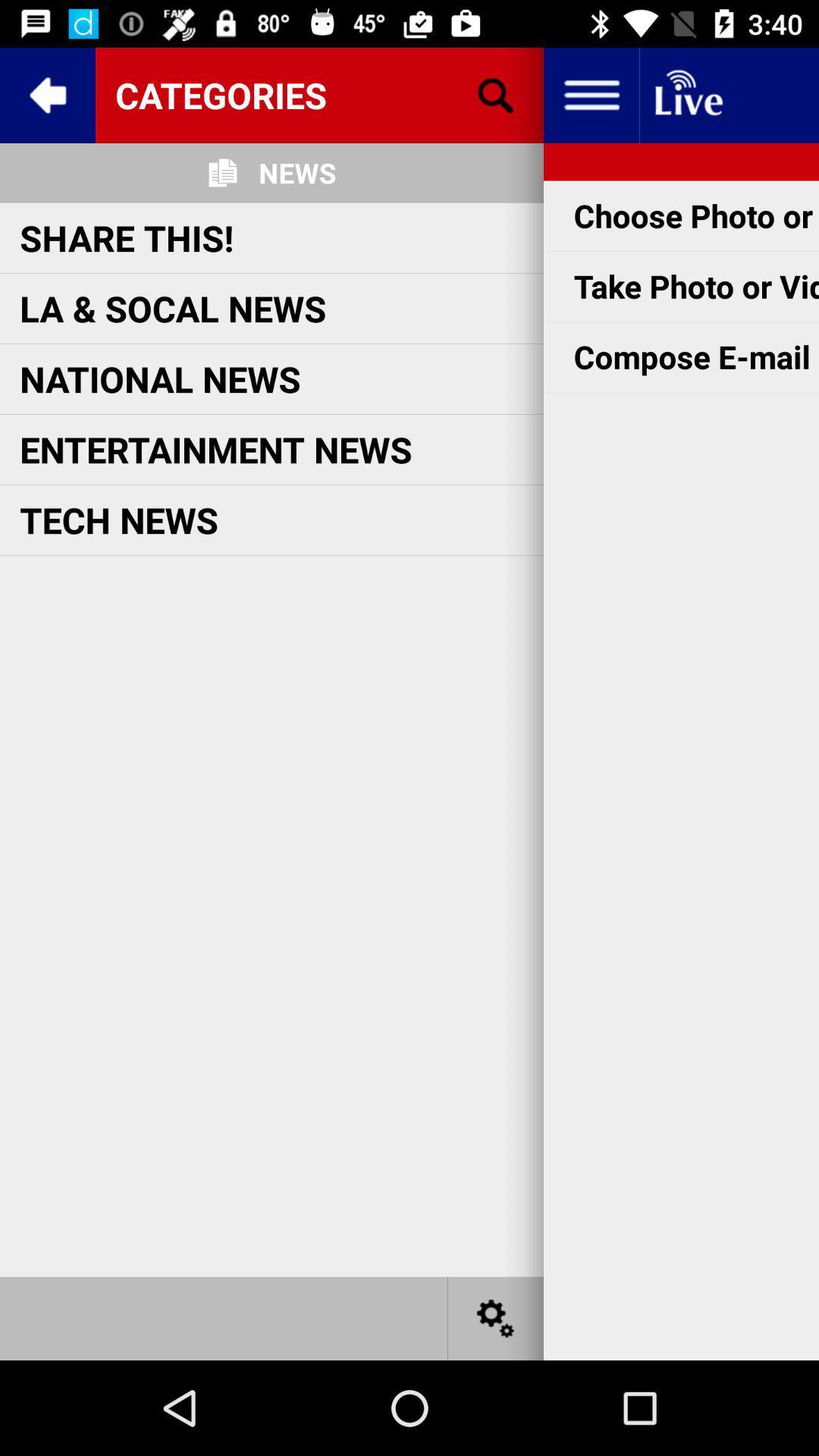  I want to click on the categories, so click(318, 94).